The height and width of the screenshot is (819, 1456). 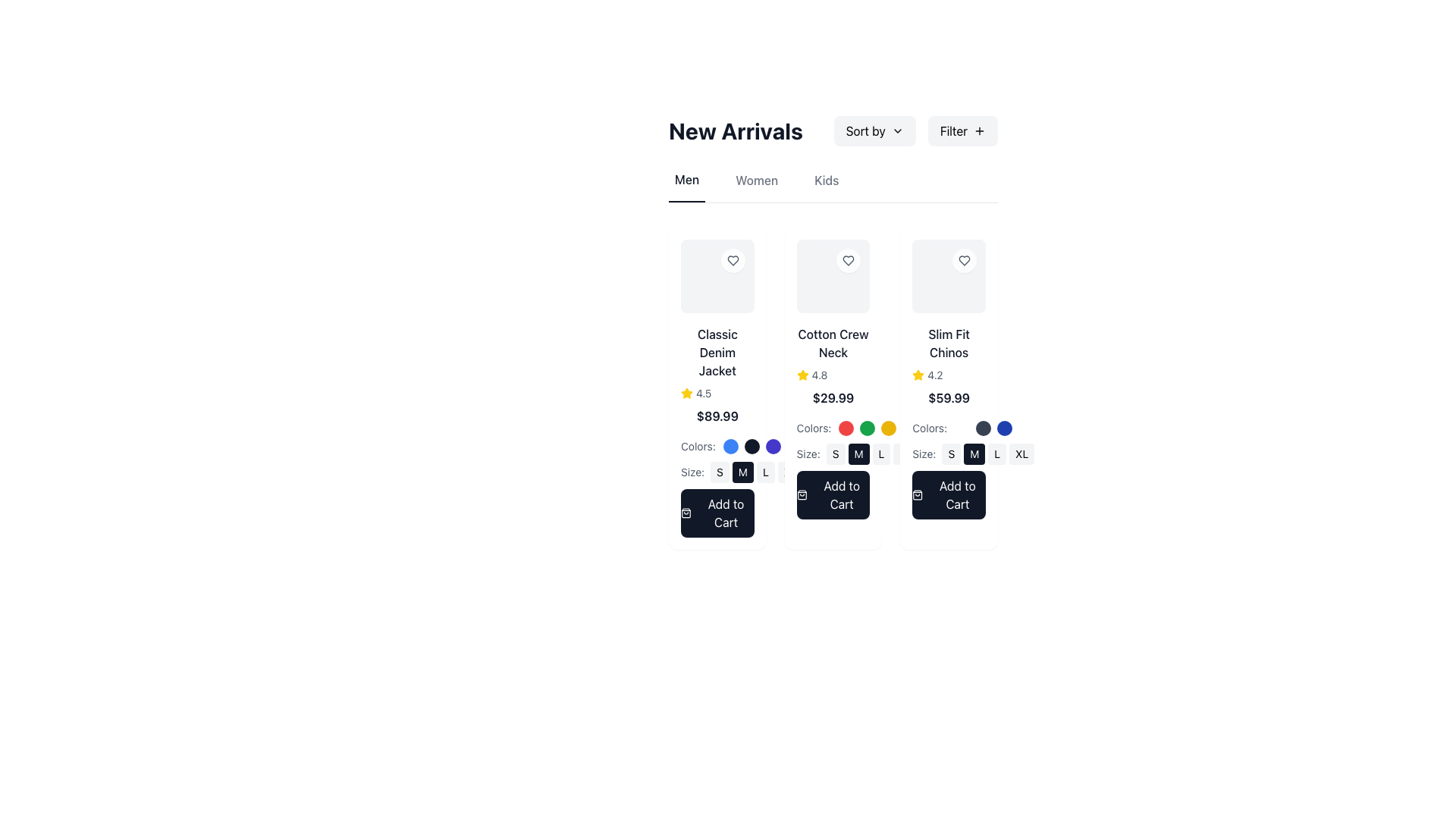 What do you see at coordinates (752, 445) in the screenshot?
I see `the second color option button for the 'Classic Denim Jacket' in the 'Men' category to observe potential hover effects` at bounding box center [752, 445].